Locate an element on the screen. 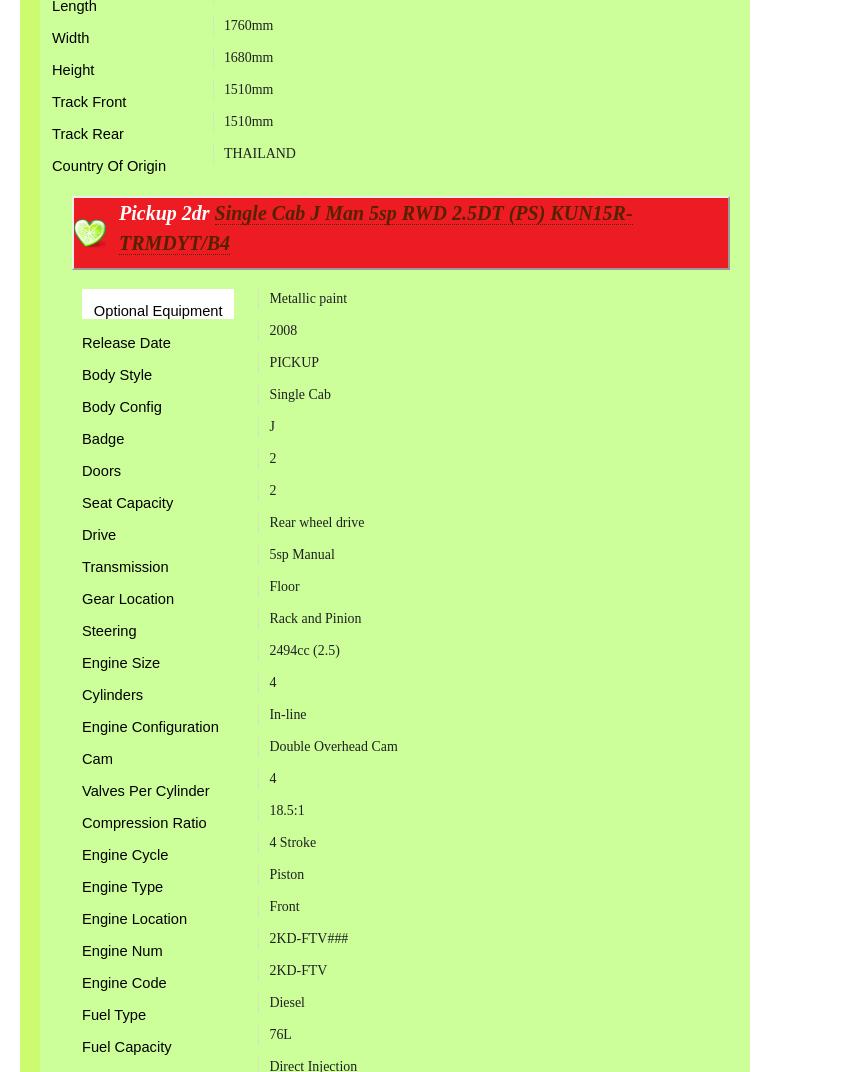  '4 Stroke' is located at coordinates (292, 840).